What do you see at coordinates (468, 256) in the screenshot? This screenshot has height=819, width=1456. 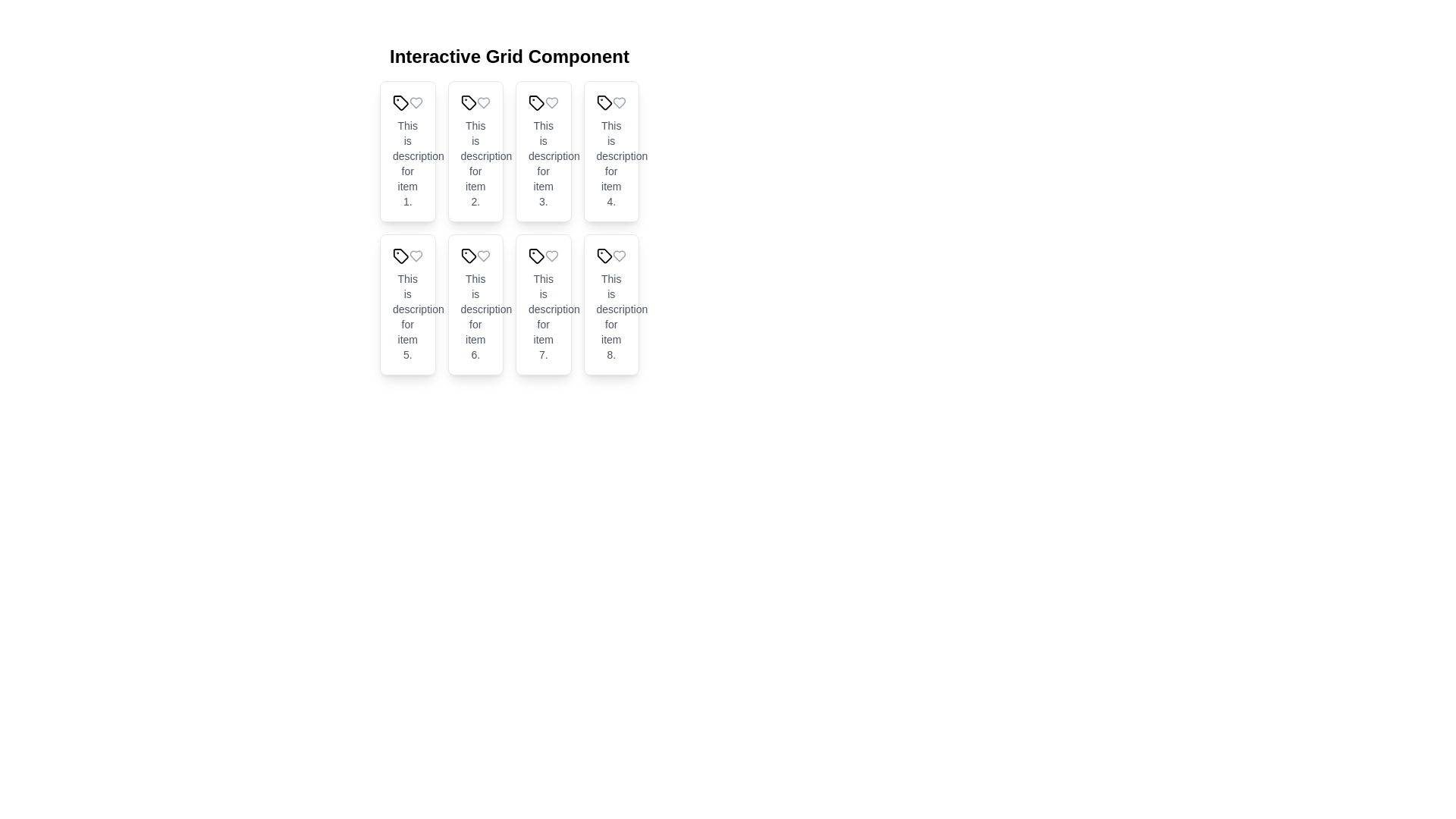 I see `the decorative or identifying icon in the grid cell labeled 'Tile 6', which is located at the upper-left corner of that cell` at bounding box center [468, 256].